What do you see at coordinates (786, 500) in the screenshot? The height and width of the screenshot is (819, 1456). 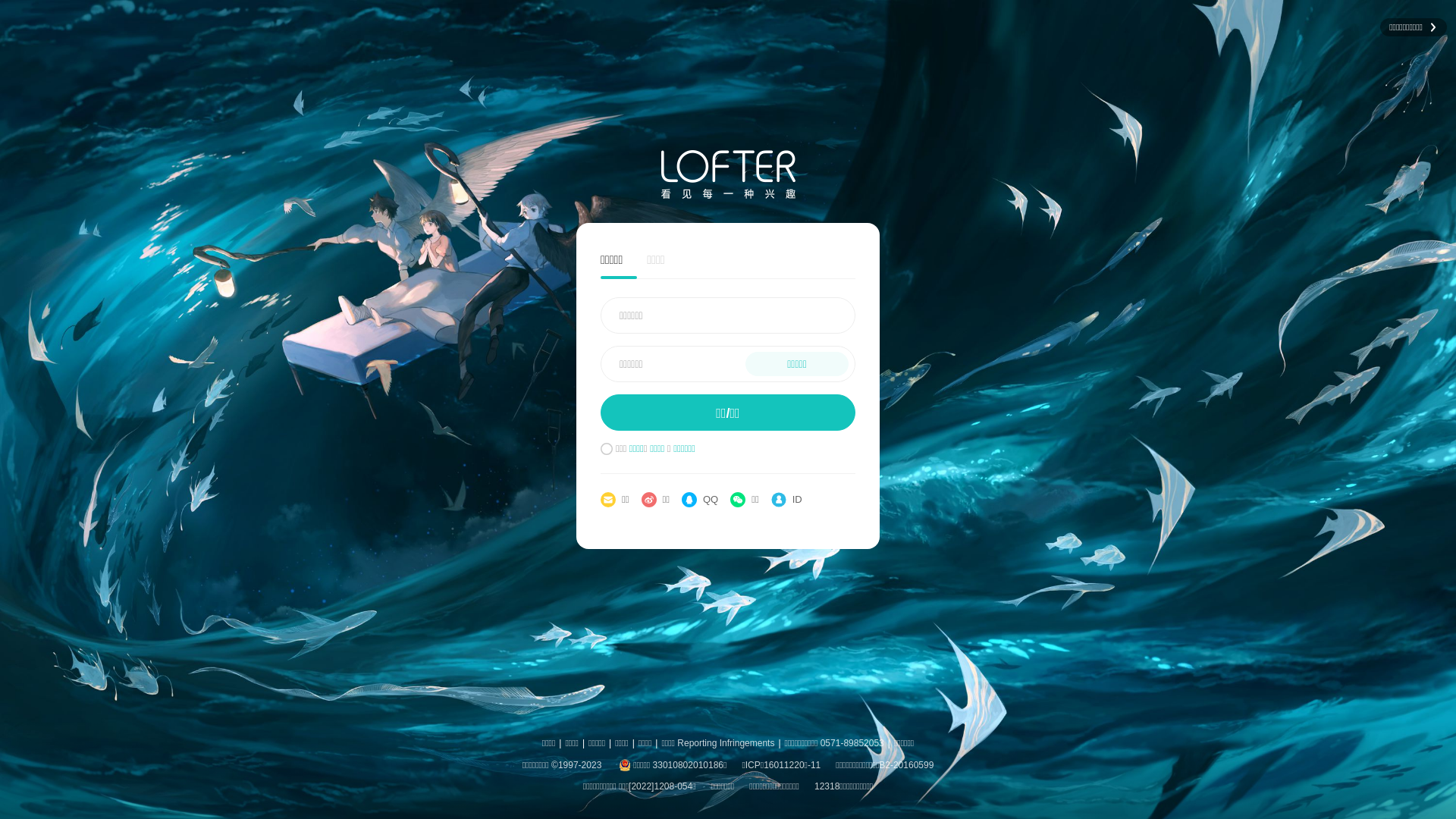 I see `'ID'` at bounding box center [786, 500].